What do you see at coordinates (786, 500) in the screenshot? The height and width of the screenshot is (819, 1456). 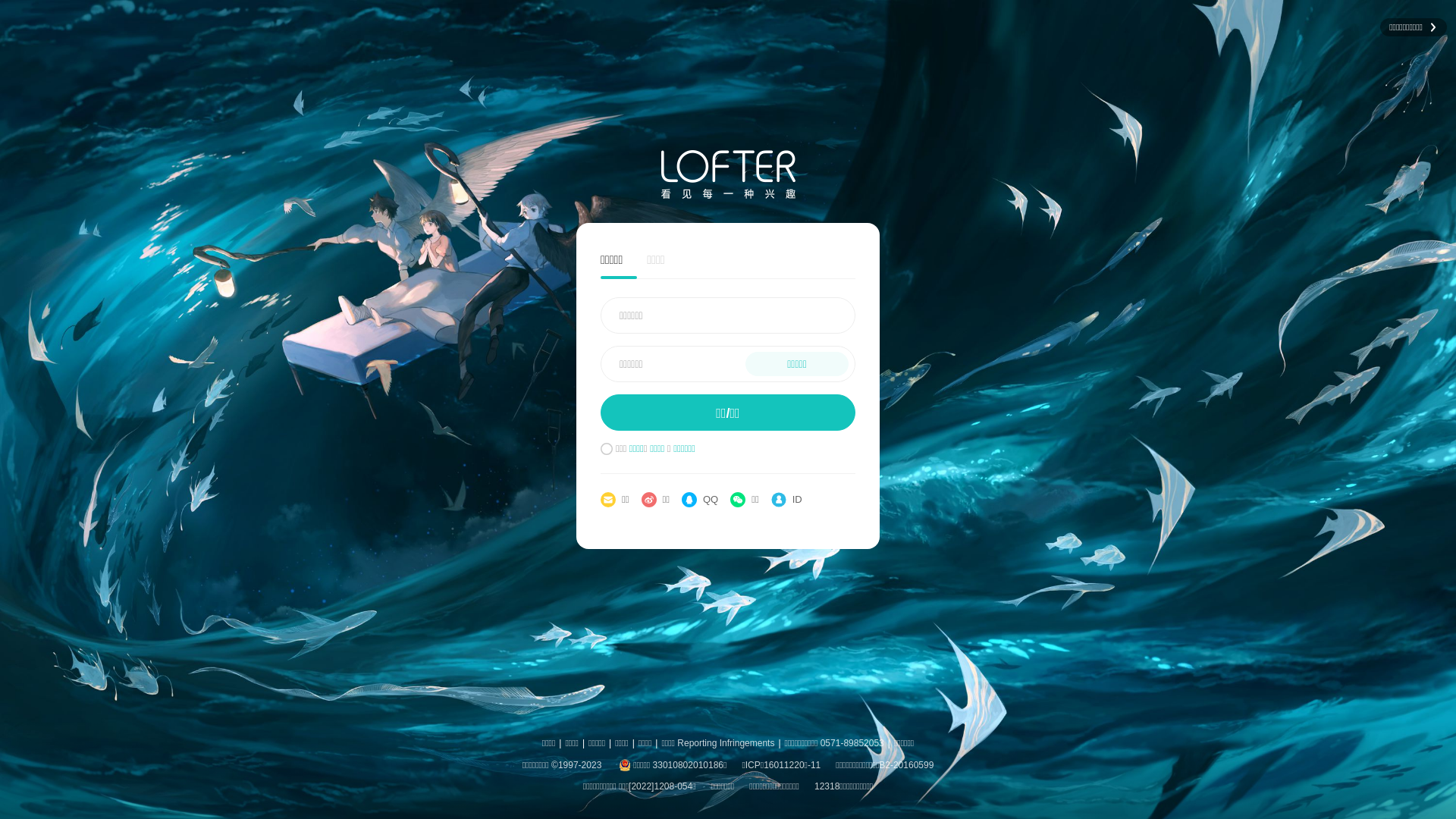 I see `'ID'` at bounding box center [786, 500].